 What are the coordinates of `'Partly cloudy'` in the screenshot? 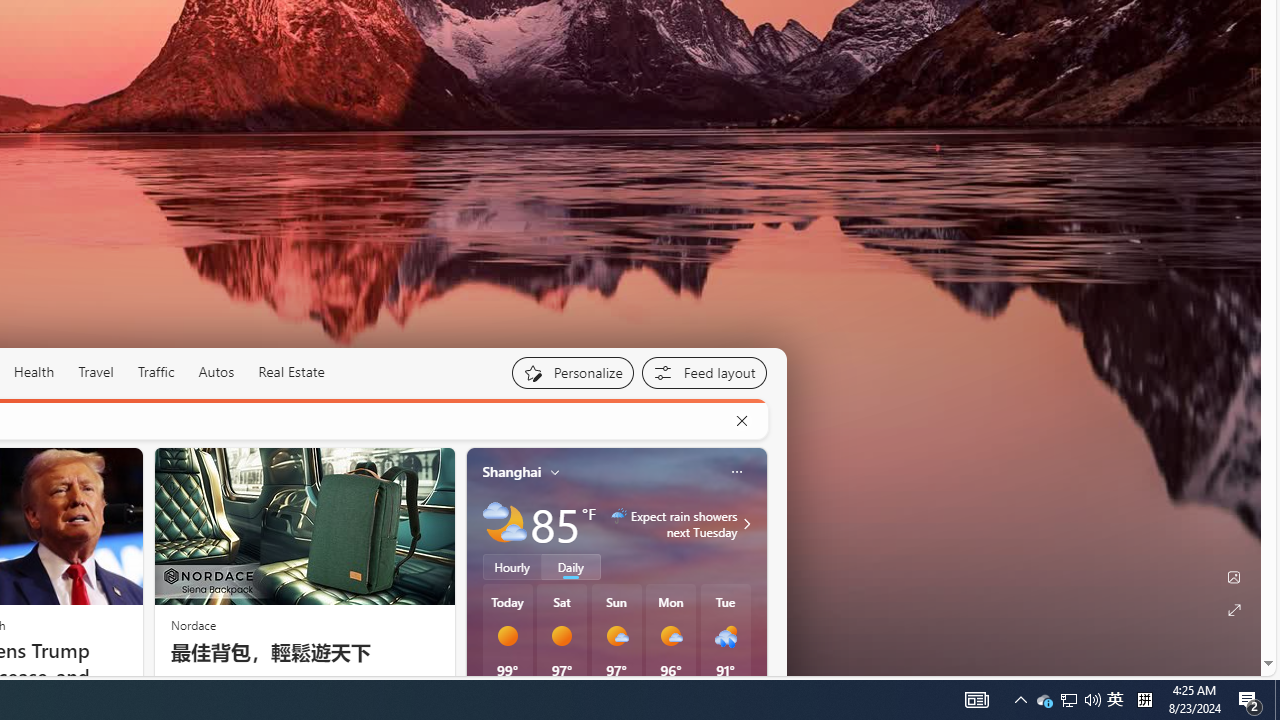 It's located at (504, 522).